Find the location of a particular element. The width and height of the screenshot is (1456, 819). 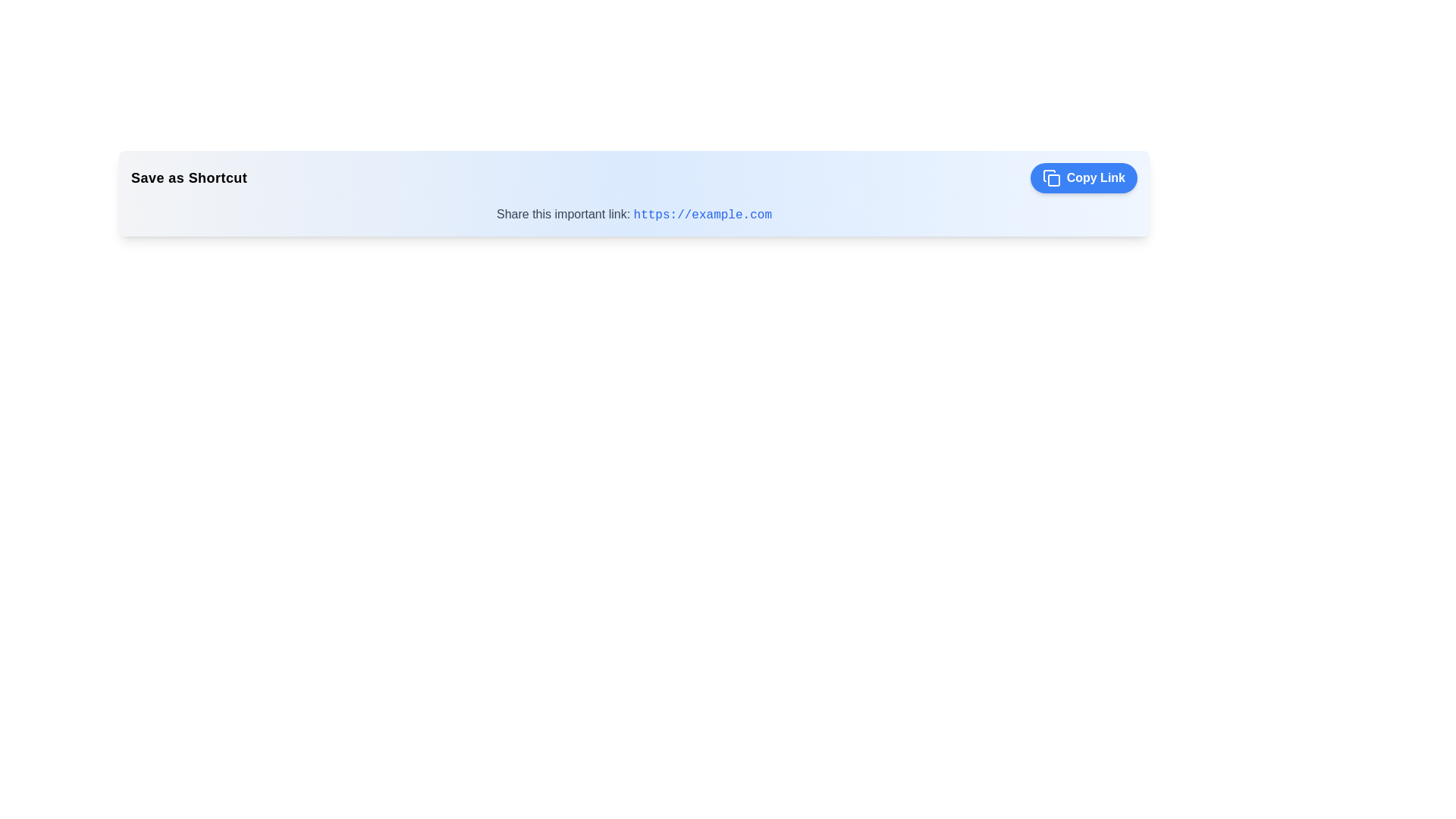

the highlighted URL portion of the text element displaying 'Share this important link: https://example.com' is located at coordinates (634, 215).